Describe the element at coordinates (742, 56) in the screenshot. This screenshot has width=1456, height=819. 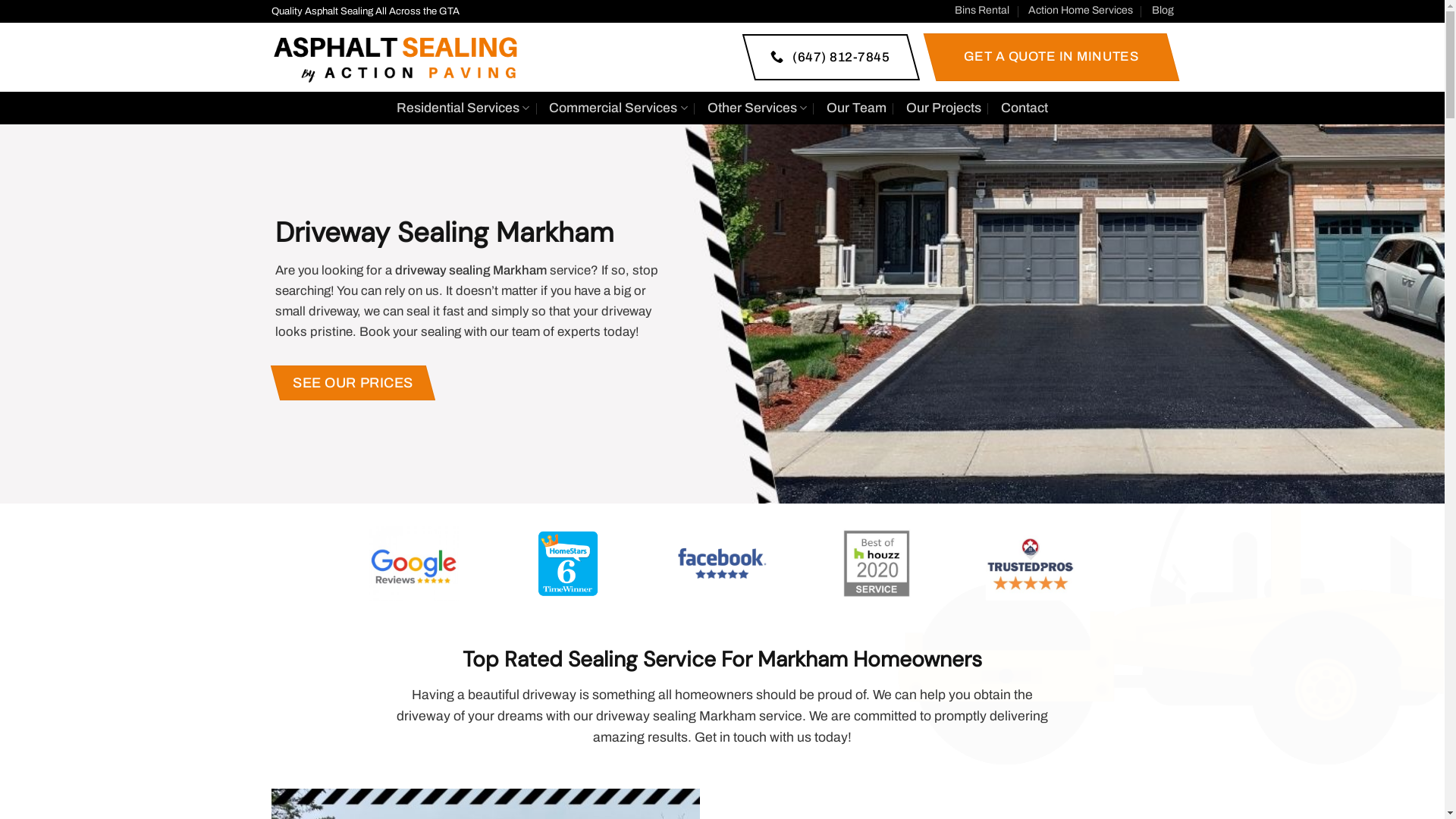
I see `'(647) 812-7845'` at that location.